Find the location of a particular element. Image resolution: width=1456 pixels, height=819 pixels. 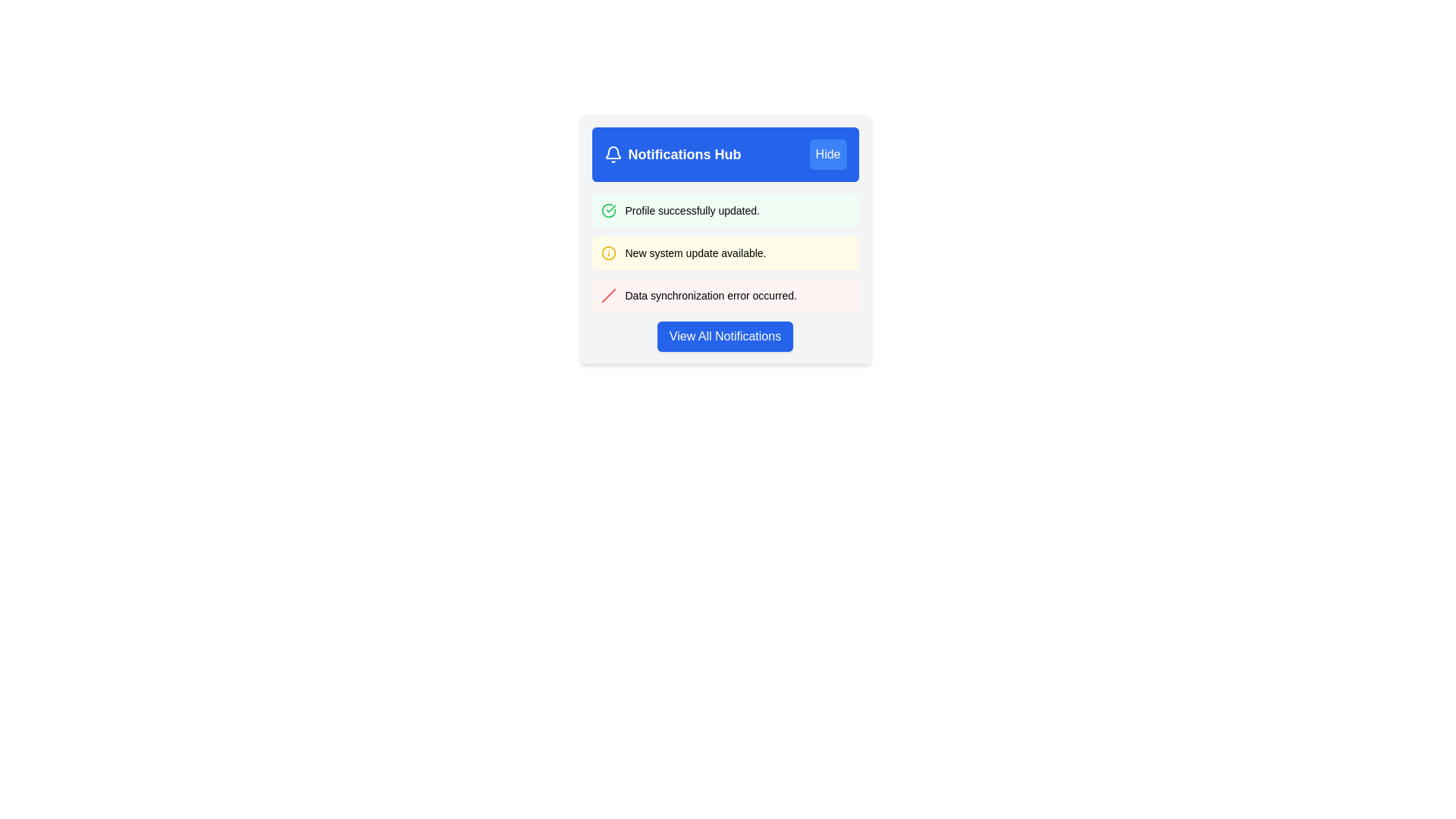

the circular info icon with a yellow outline that is positioned beside the notification text 'New system update available.' is located at coordinates (608, 253).